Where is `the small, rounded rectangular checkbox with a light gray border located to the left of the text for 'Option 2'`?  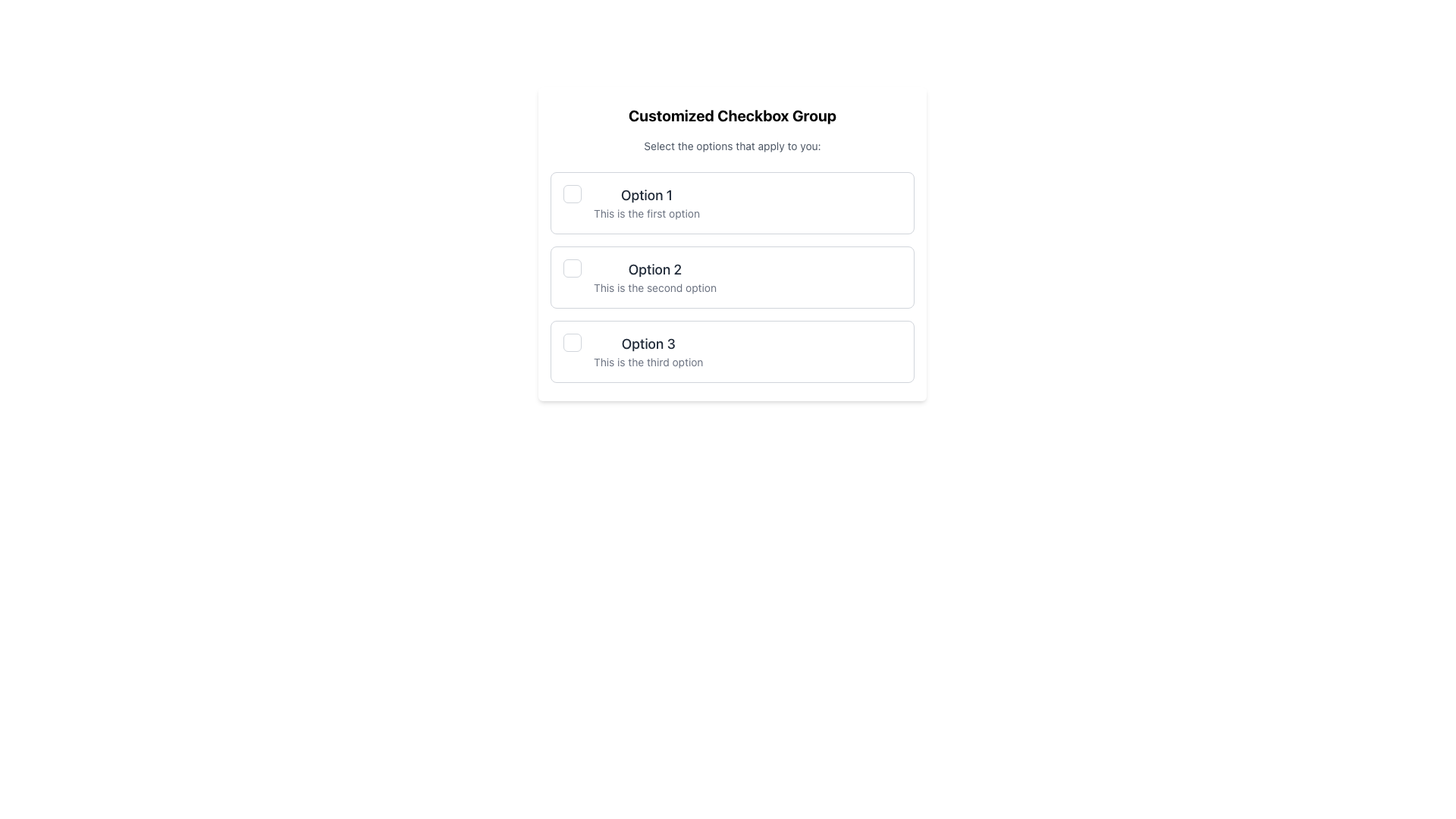 the small, rounded rectangular checkbox with a light gray border located to the left of the text for 'Option 2' is located at coordinates (571, 268).